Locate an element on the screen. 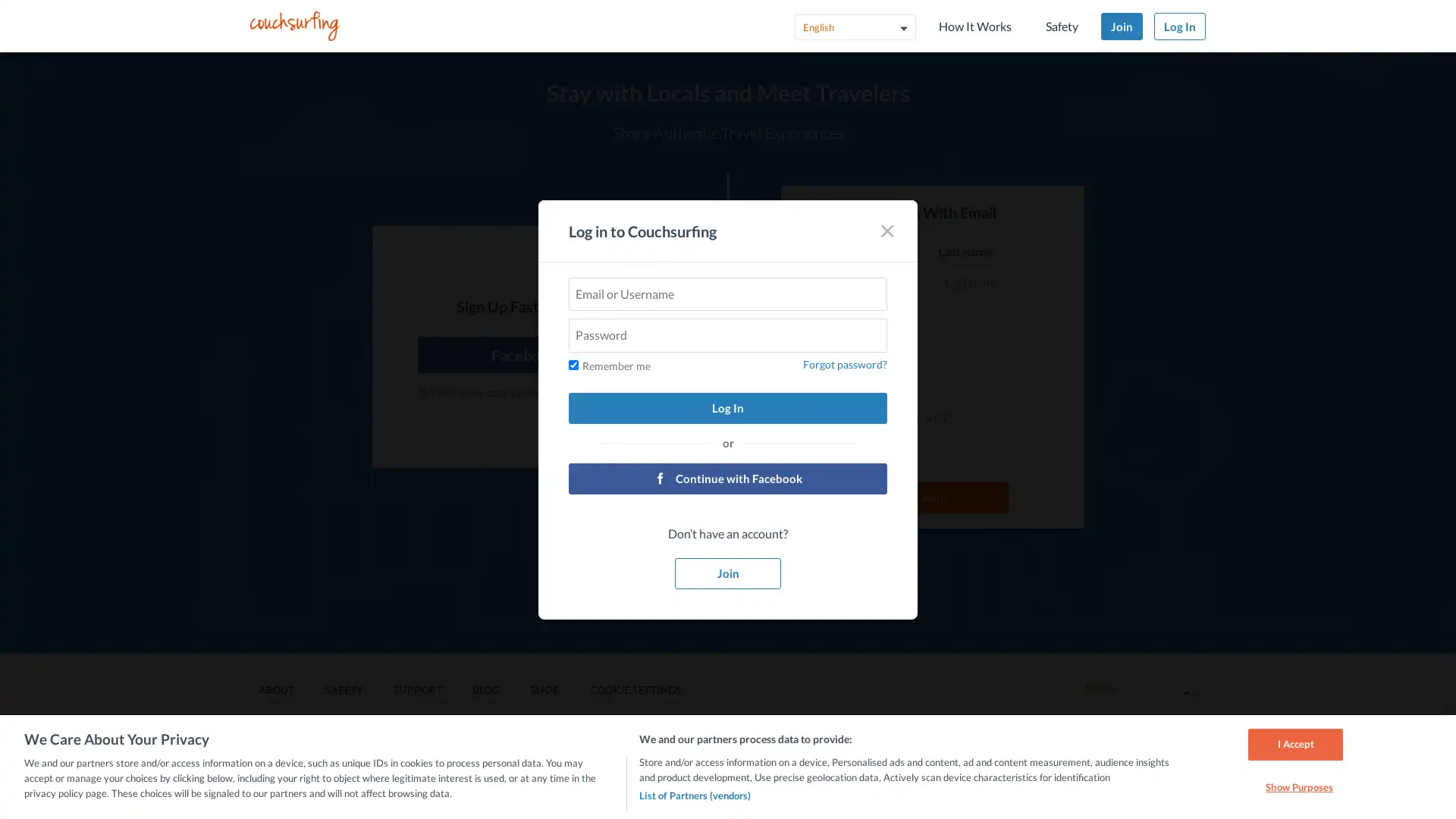  Show Purposes is located at coordinates (1294, 786).